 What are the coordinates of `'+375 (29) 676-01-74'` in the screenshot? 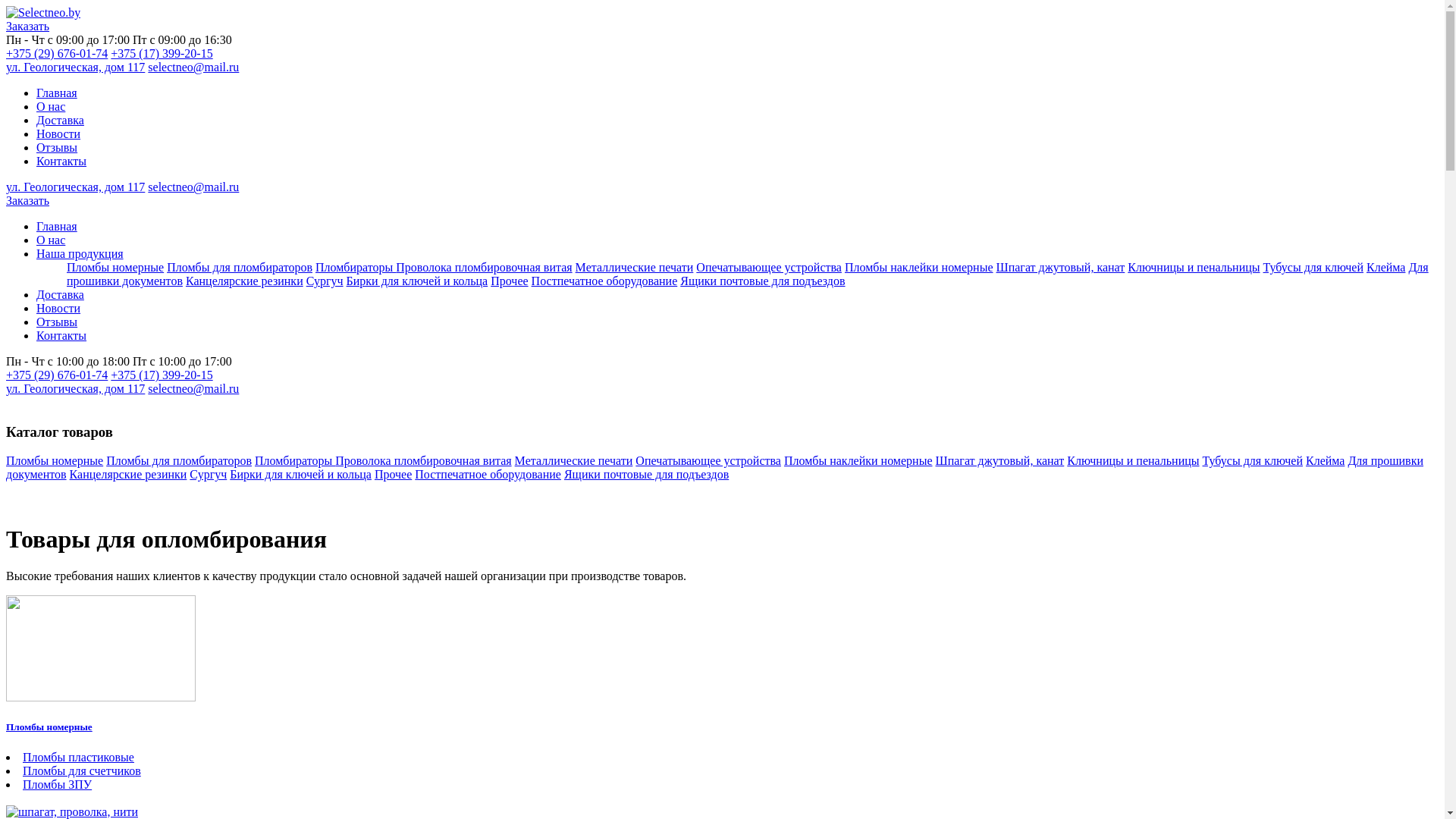 It's located at (57, 52).